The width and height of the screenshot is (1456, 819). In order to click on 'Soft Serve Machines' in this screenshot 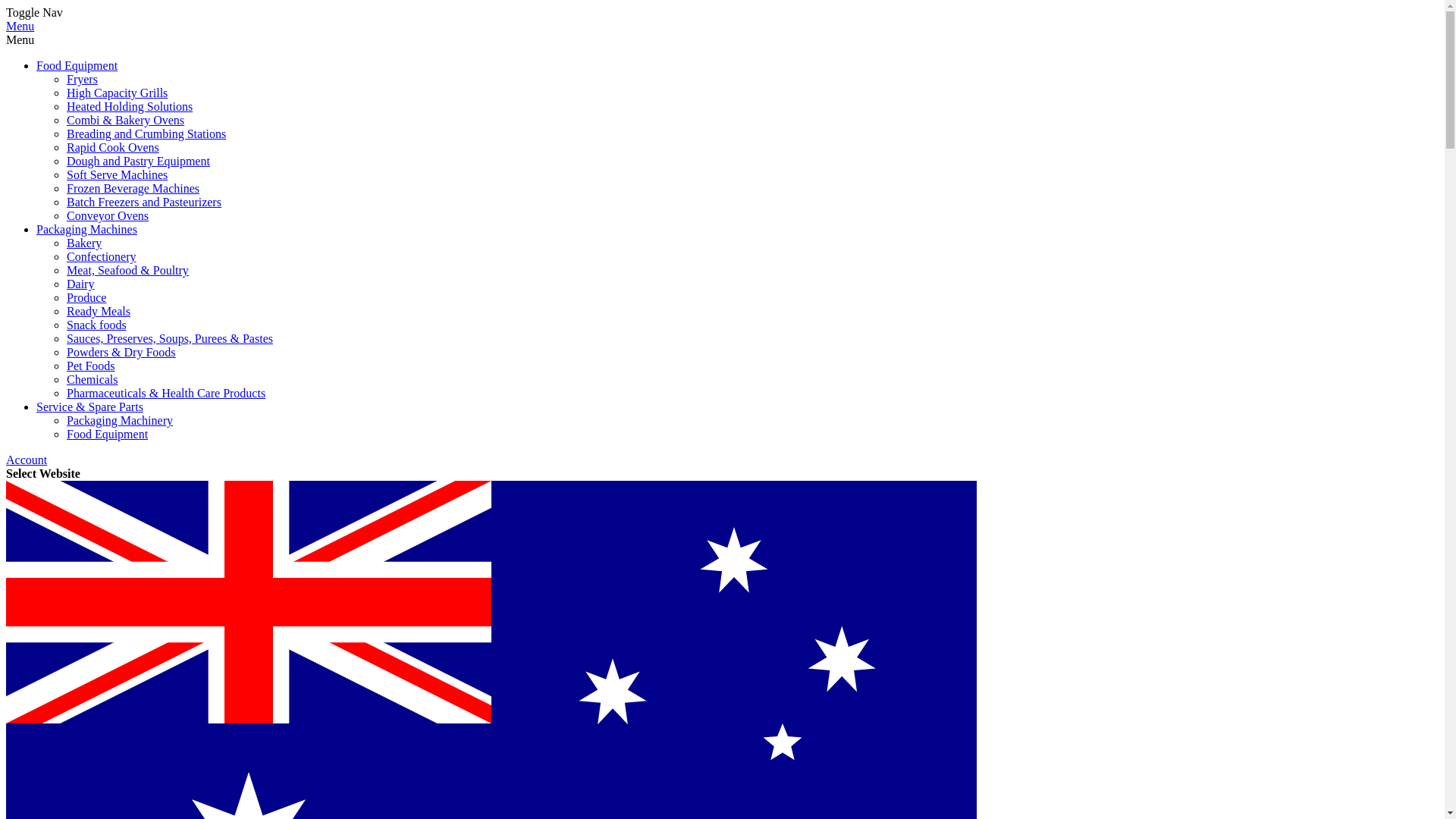, I will do `click(116, 174)`.